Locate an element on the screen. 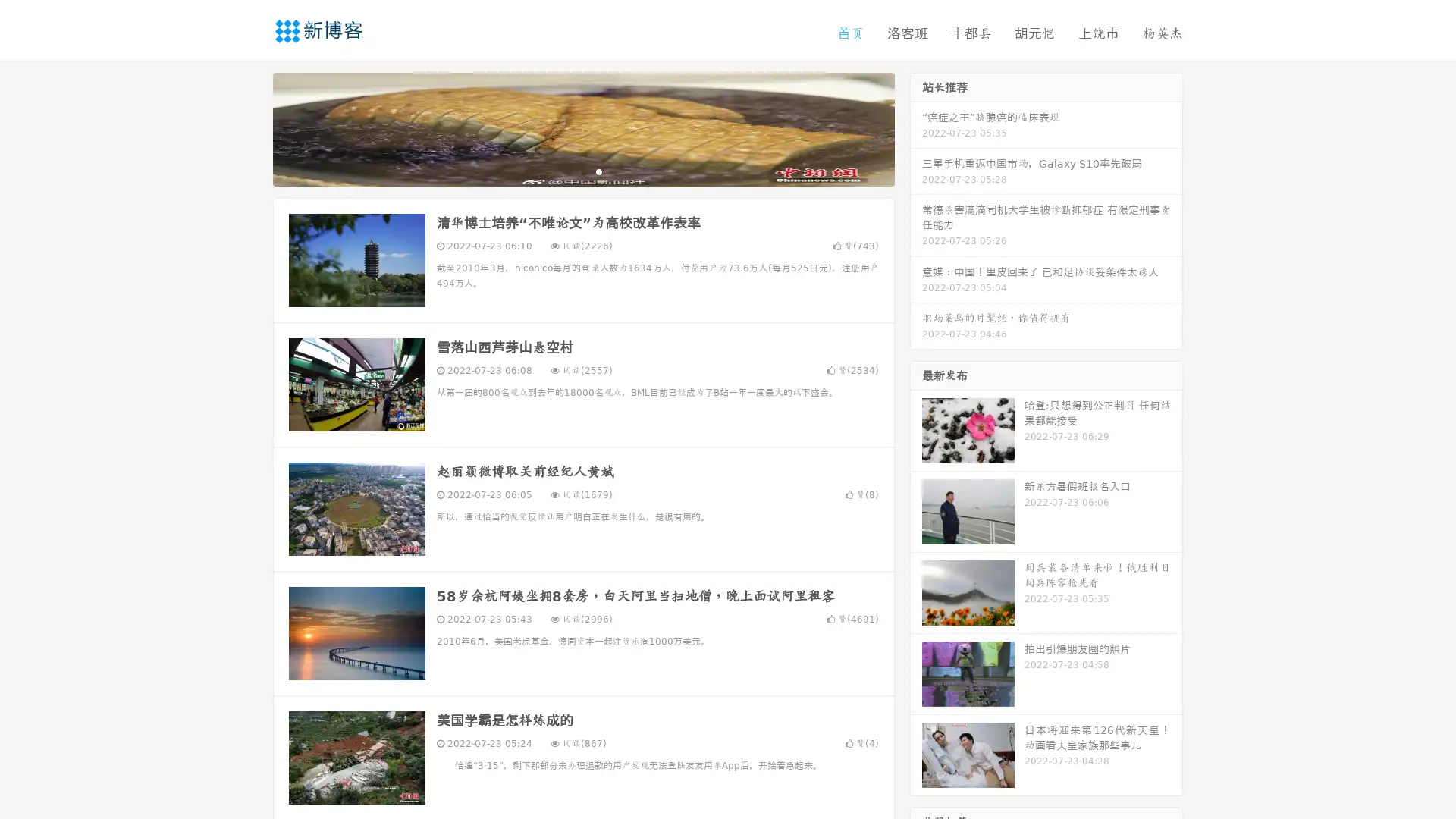  Next slide is located at coordinates (916, 127).